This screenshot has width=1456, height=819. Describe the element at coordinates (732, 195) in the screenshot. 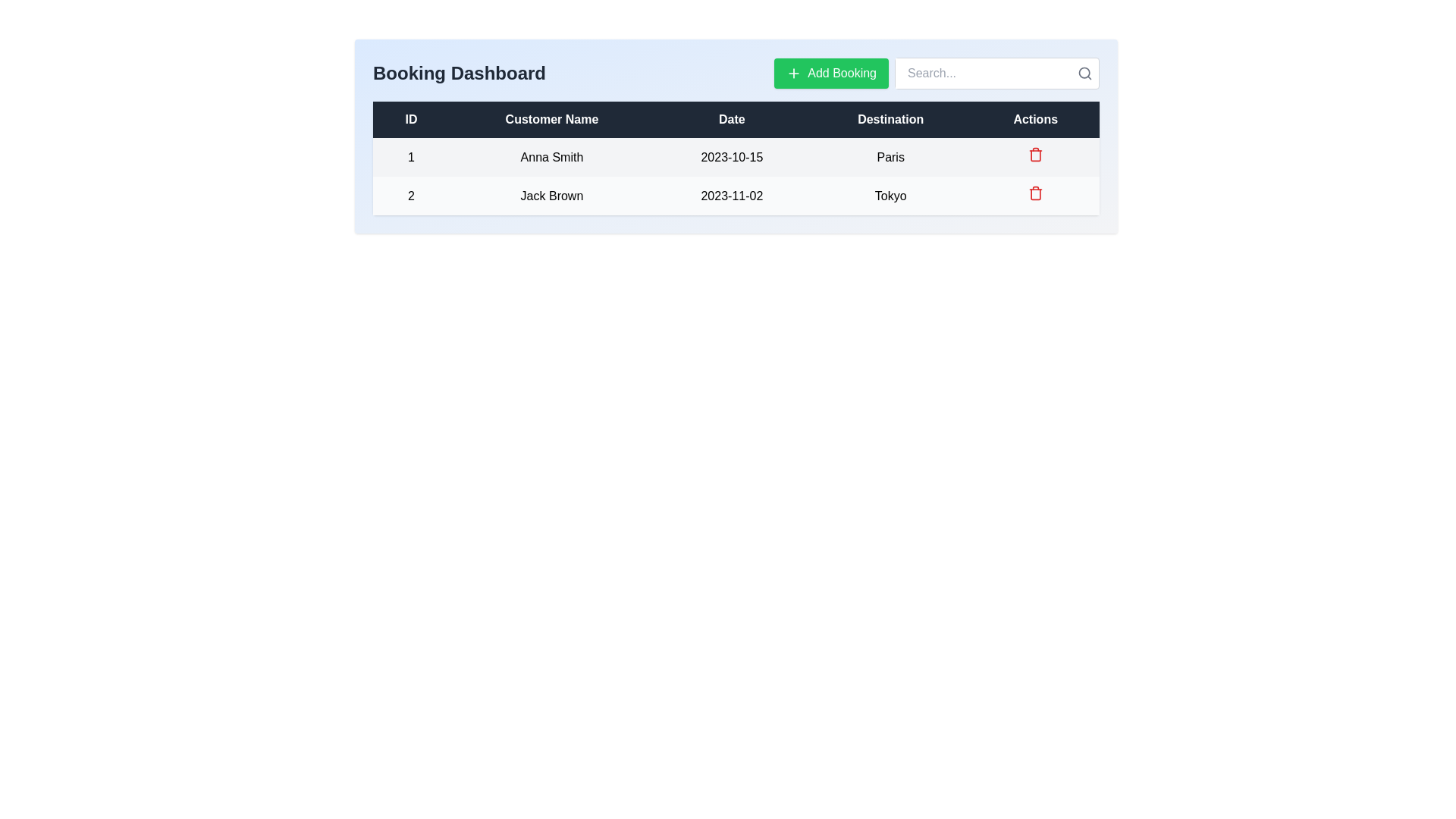

I see `the text label displaying '2023-11-02', which is located in the 'Date' column of the table for 'Jack Brown'` at that location.